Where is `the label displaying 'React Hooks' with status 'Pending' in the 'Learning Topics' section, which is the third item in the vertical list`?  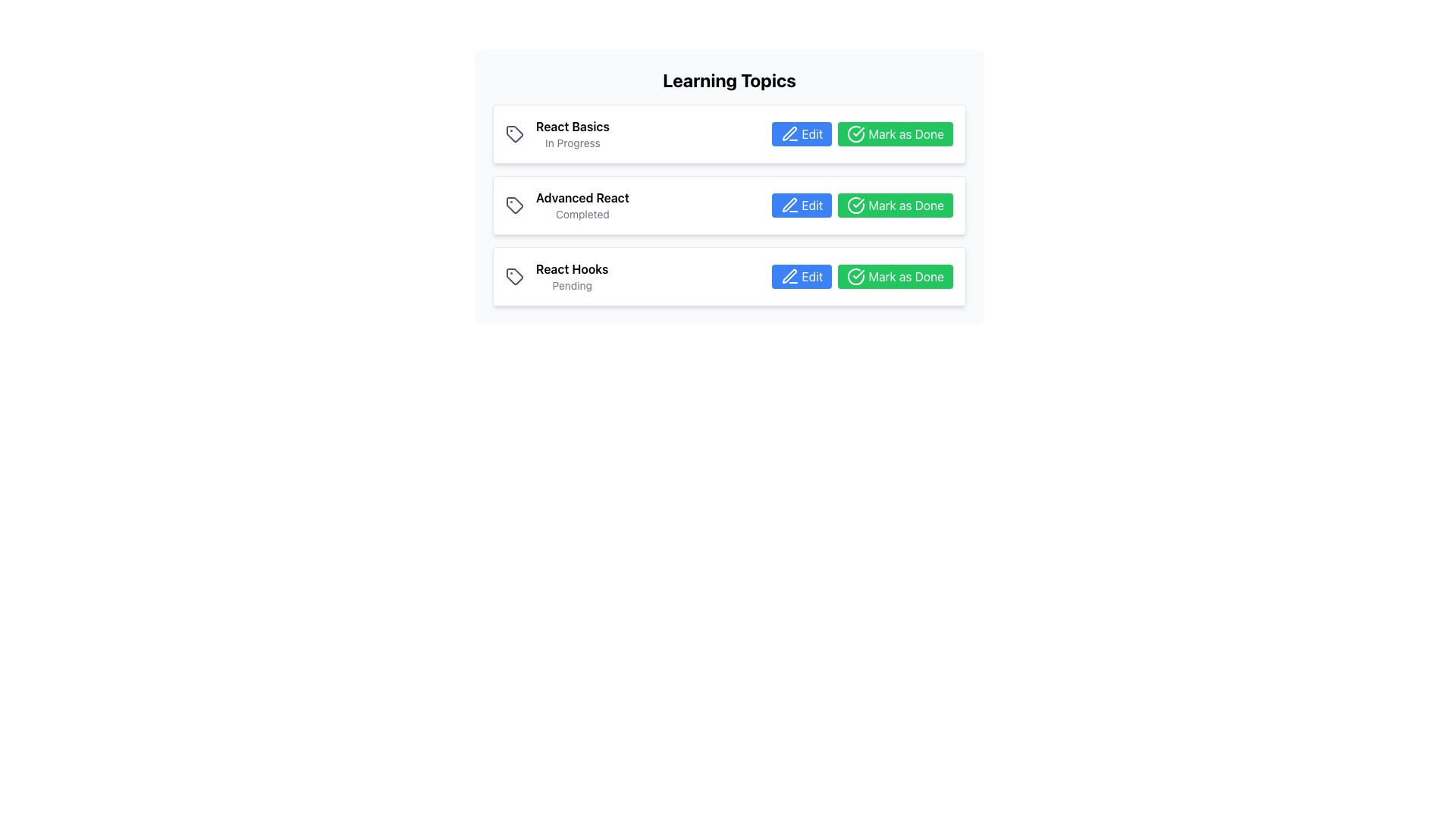 the label displaying 'React Hooks' with status 'Pending' in the 'Learning Topics' section, which is the third item in the vertical list is located at coordinates (571, 277).